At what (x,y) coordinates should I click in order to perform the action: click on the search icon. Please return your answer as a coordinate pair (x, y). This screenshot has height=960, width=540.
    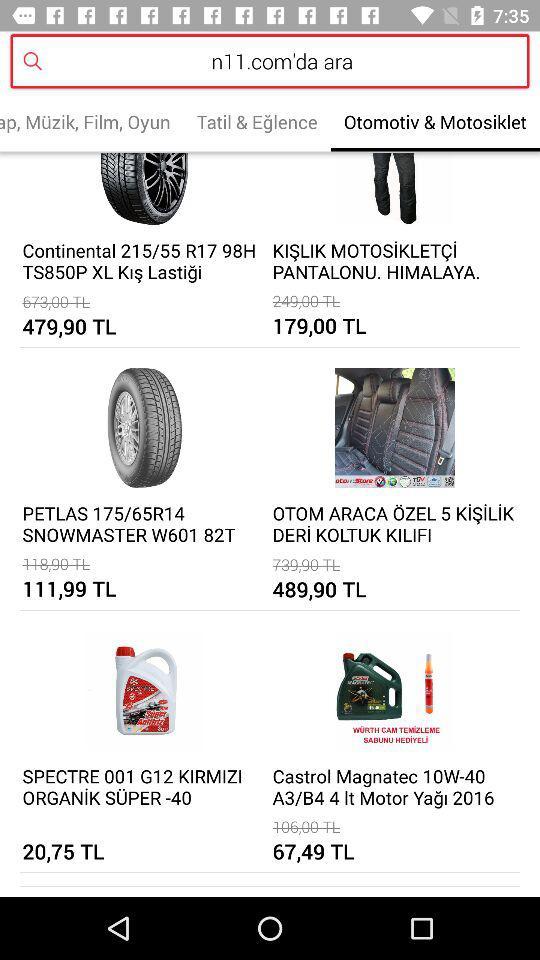
    Looking at the image, I should click on (36, 68).